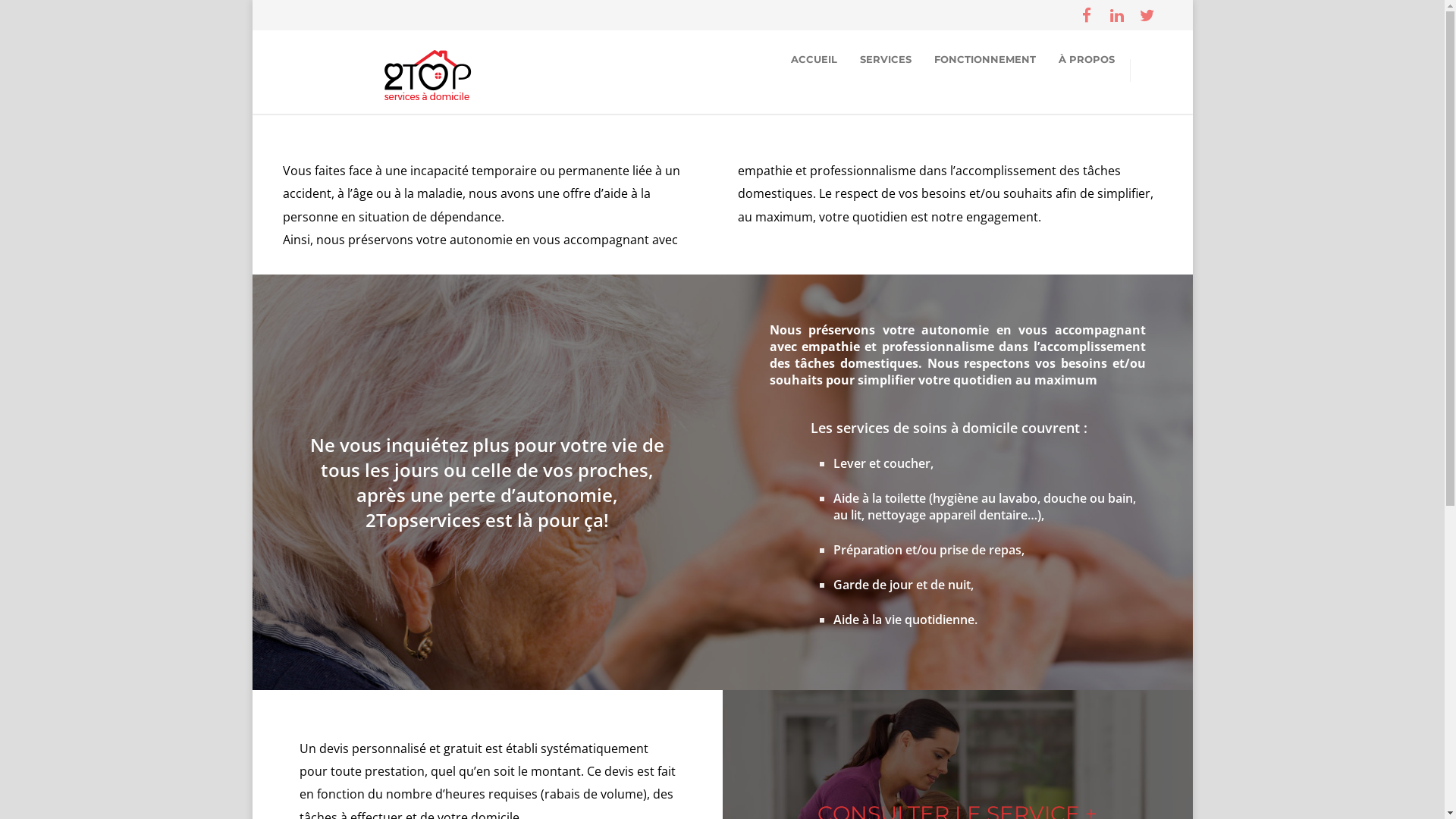 This screenshot has width=1456, height=819. What do you see at coordinates (1100, 14) in the screenshot?
I see `'LinkedIn'` at bounding box center [1100, 14].